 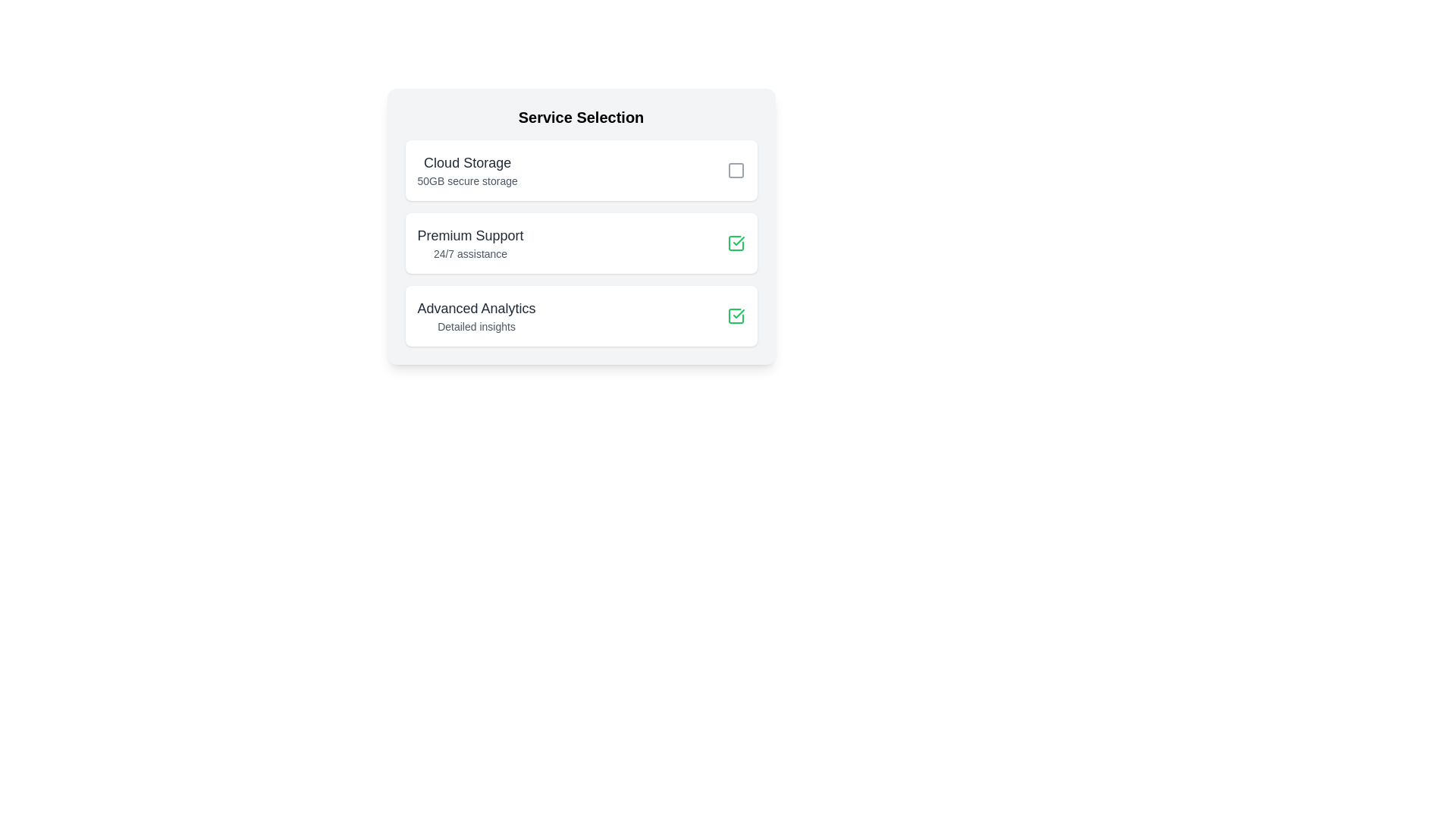 What do you see at coordinates (466, 180) in the screenshot?
I see `the static text label displaying '50GB secure storage', which is a subtitle under 'Cloud Storage' and is styled in a gray font` at bounding box center [466, 180].